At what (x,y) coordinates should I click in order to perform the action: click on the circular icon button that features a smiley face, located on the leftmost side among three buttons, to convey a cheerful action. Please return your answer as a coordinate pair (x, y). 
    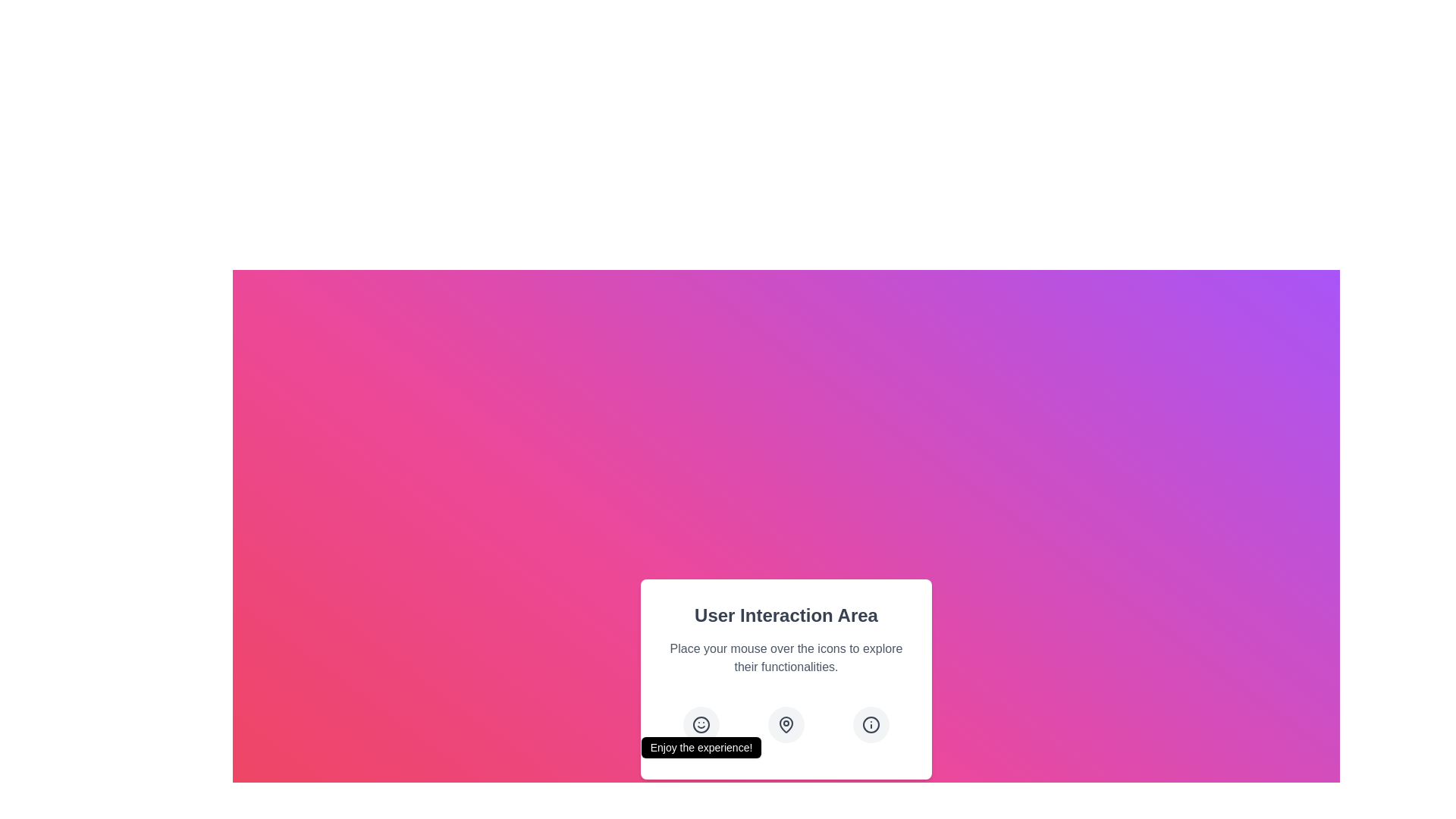
    Looking at the image, I should click on (701, 724).